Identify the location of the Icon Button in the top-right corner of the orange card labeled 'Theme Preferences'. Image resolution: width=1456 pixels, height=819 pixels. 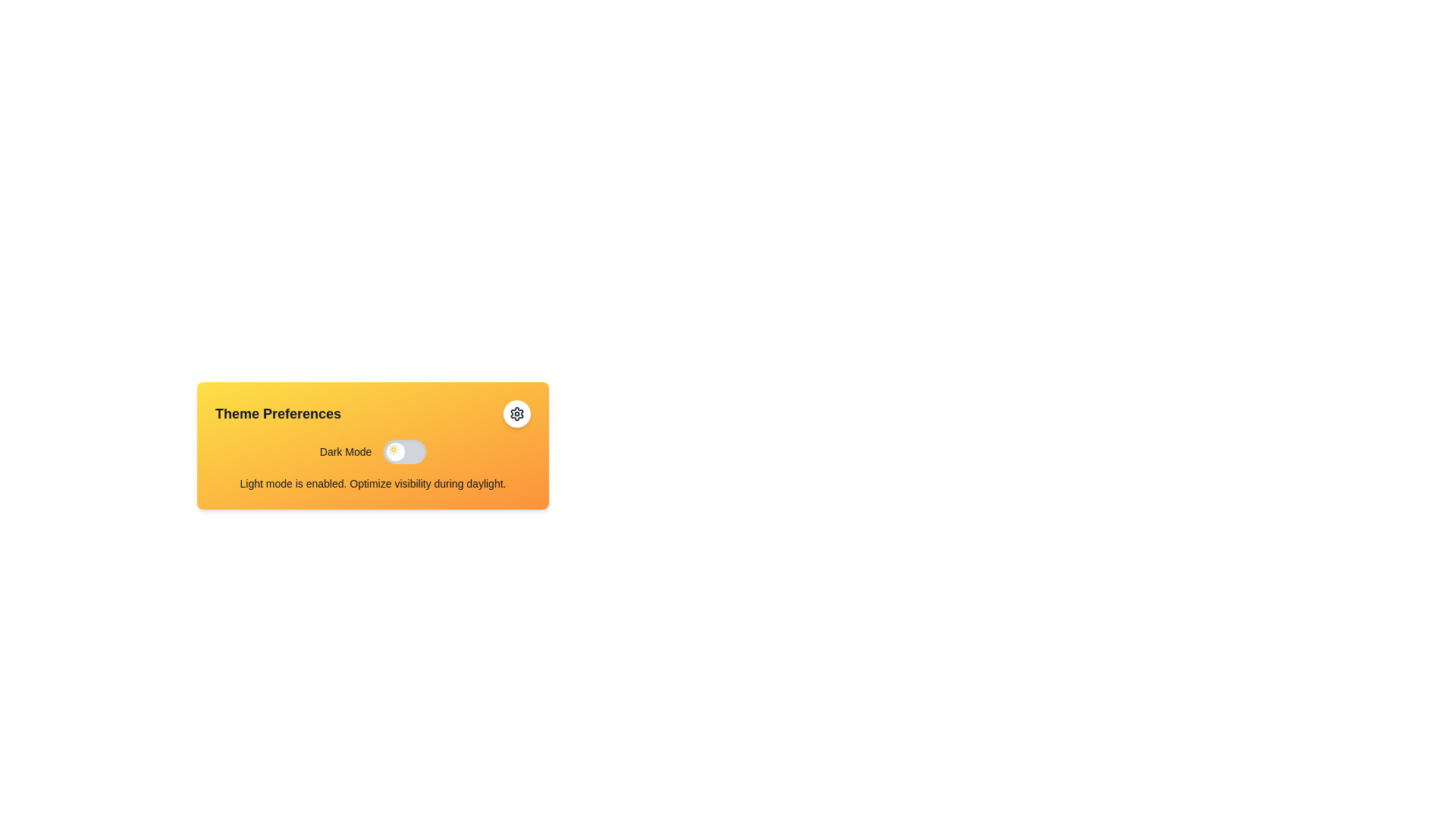
(516, 414).